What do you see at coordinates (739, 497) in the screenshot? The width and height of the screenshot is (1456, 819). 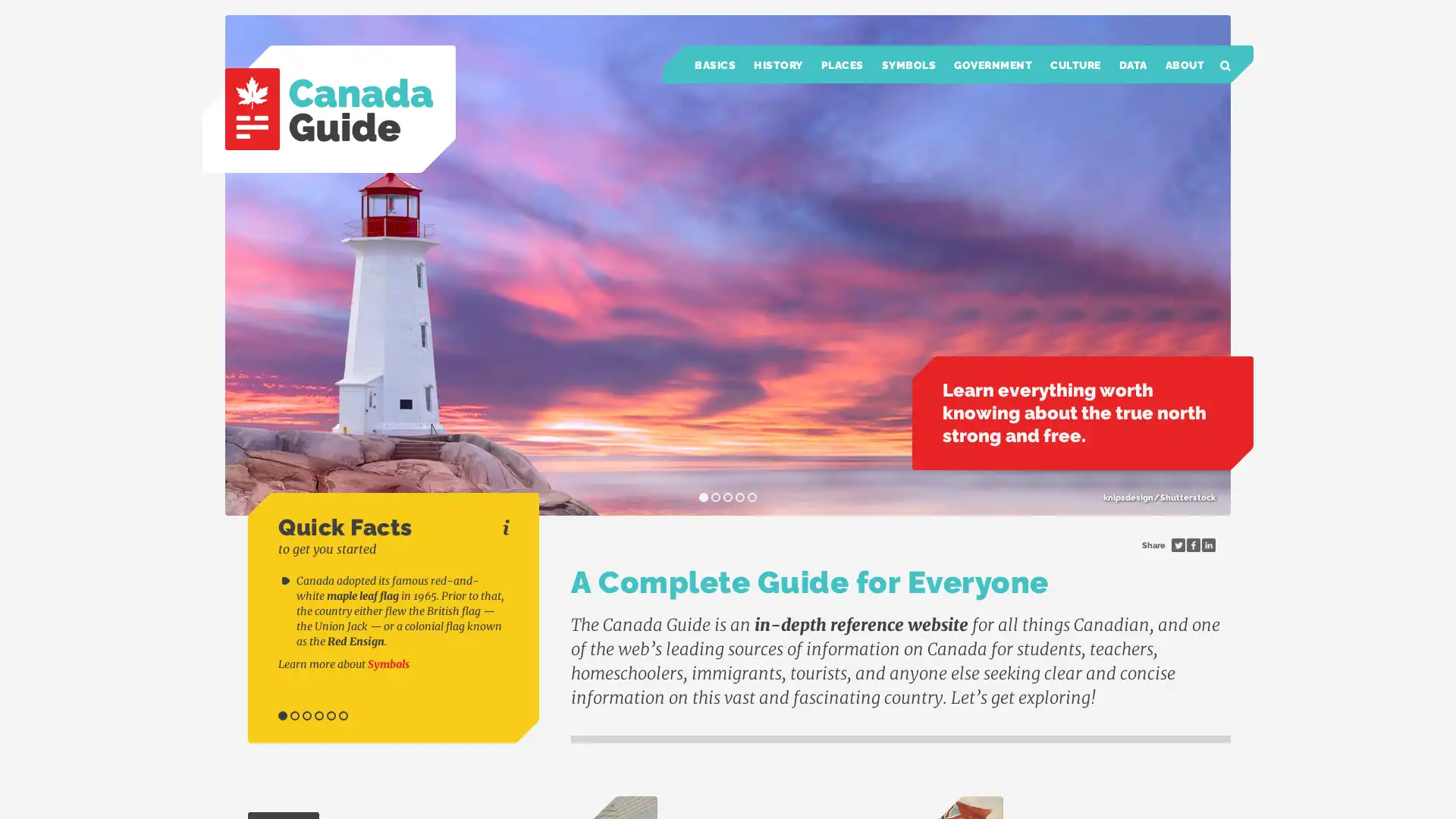 I see `Go to slide 4` at bounding box center [739, 497].